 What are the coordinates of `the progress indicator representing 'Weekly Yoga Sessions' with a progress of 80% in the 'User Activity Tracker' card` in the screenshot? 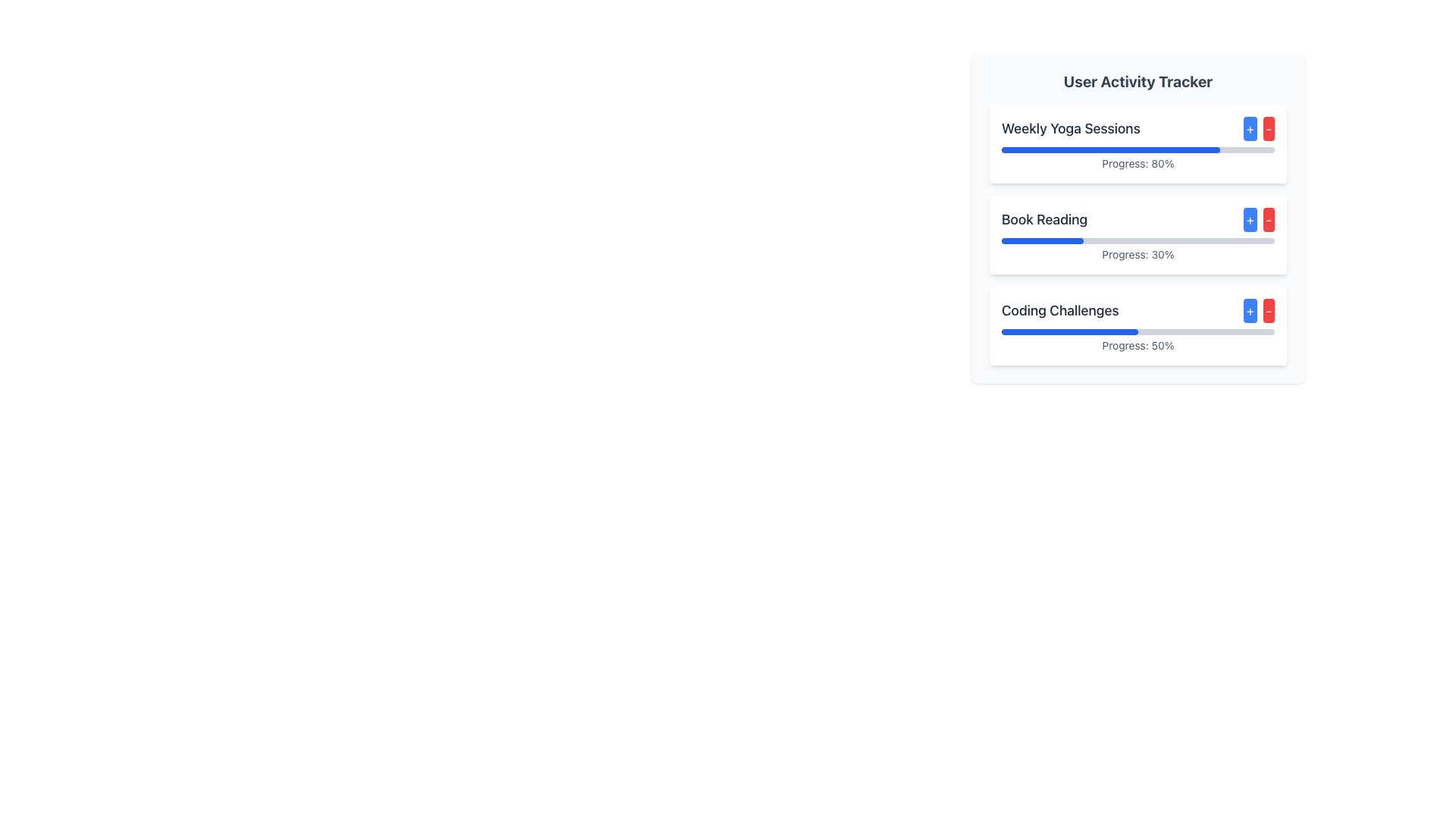 It's located at (1110, 149).